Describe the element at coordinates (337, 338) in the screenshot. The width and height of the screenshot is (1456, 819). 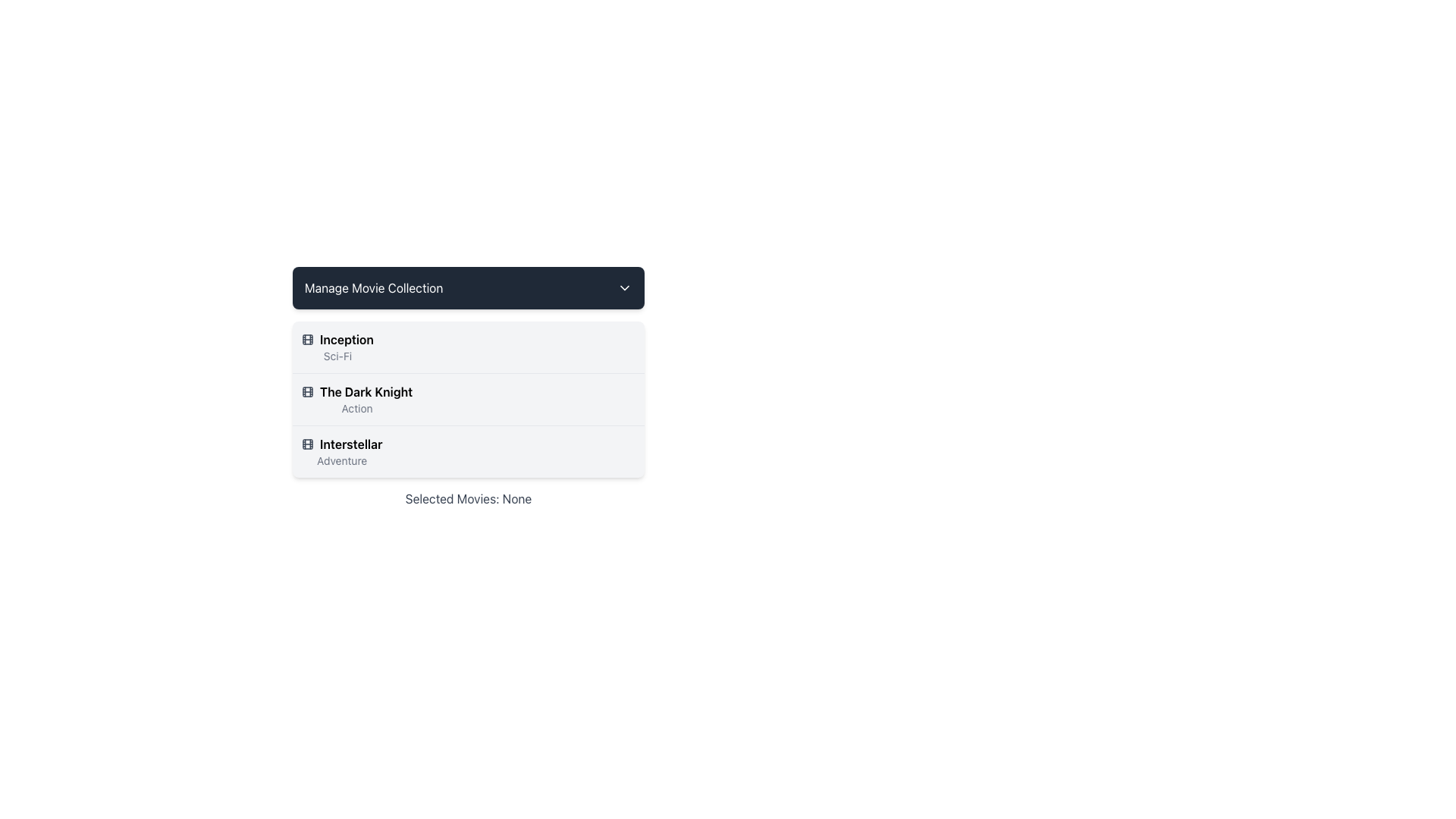
I see `the 'Inception' text label, which is the first row of text in the 'Manage Movie Collection' section` at that location.